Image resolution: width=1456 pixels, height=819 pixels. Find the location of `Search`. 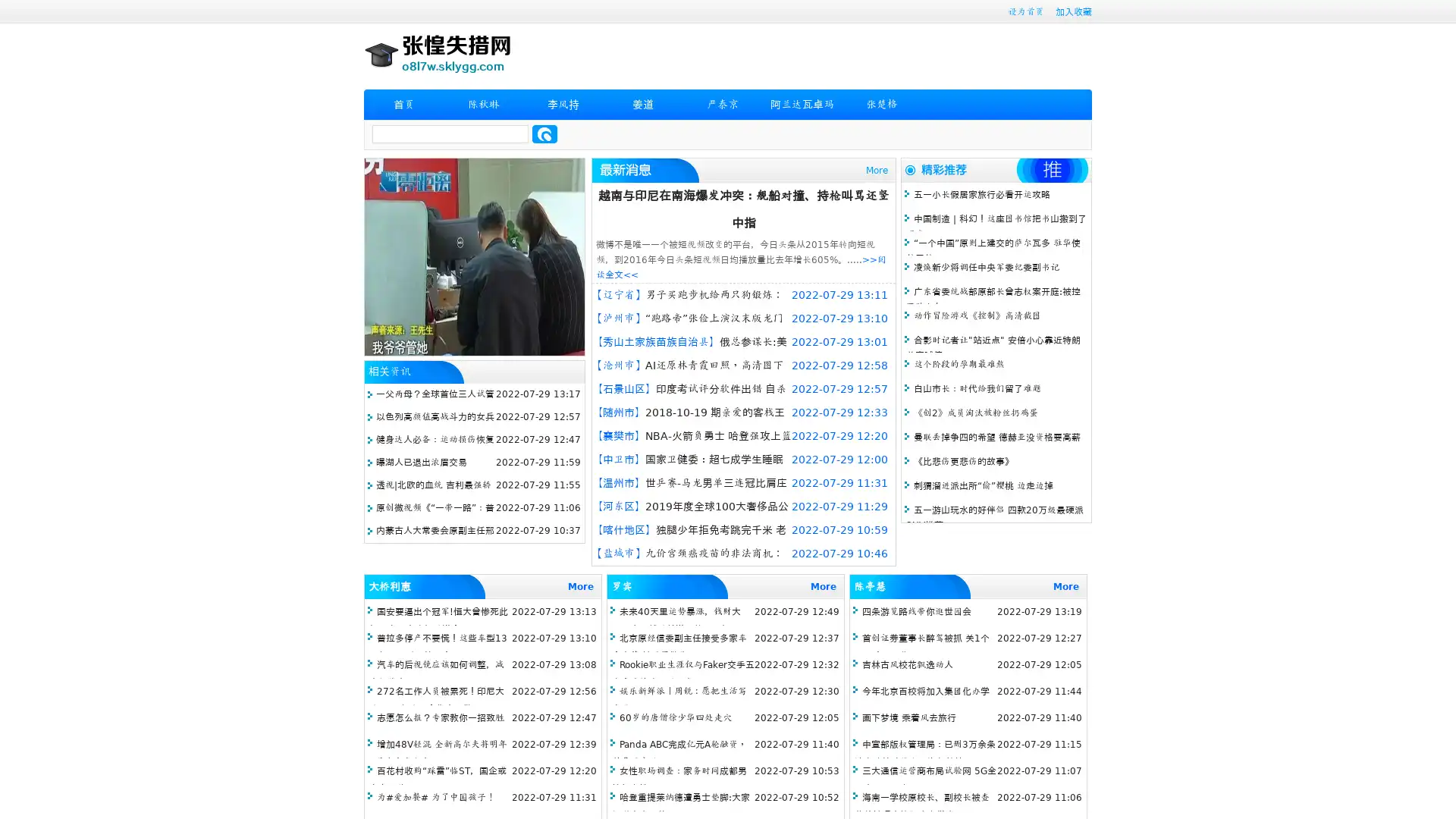

Search is located at coordinates (544, 133).